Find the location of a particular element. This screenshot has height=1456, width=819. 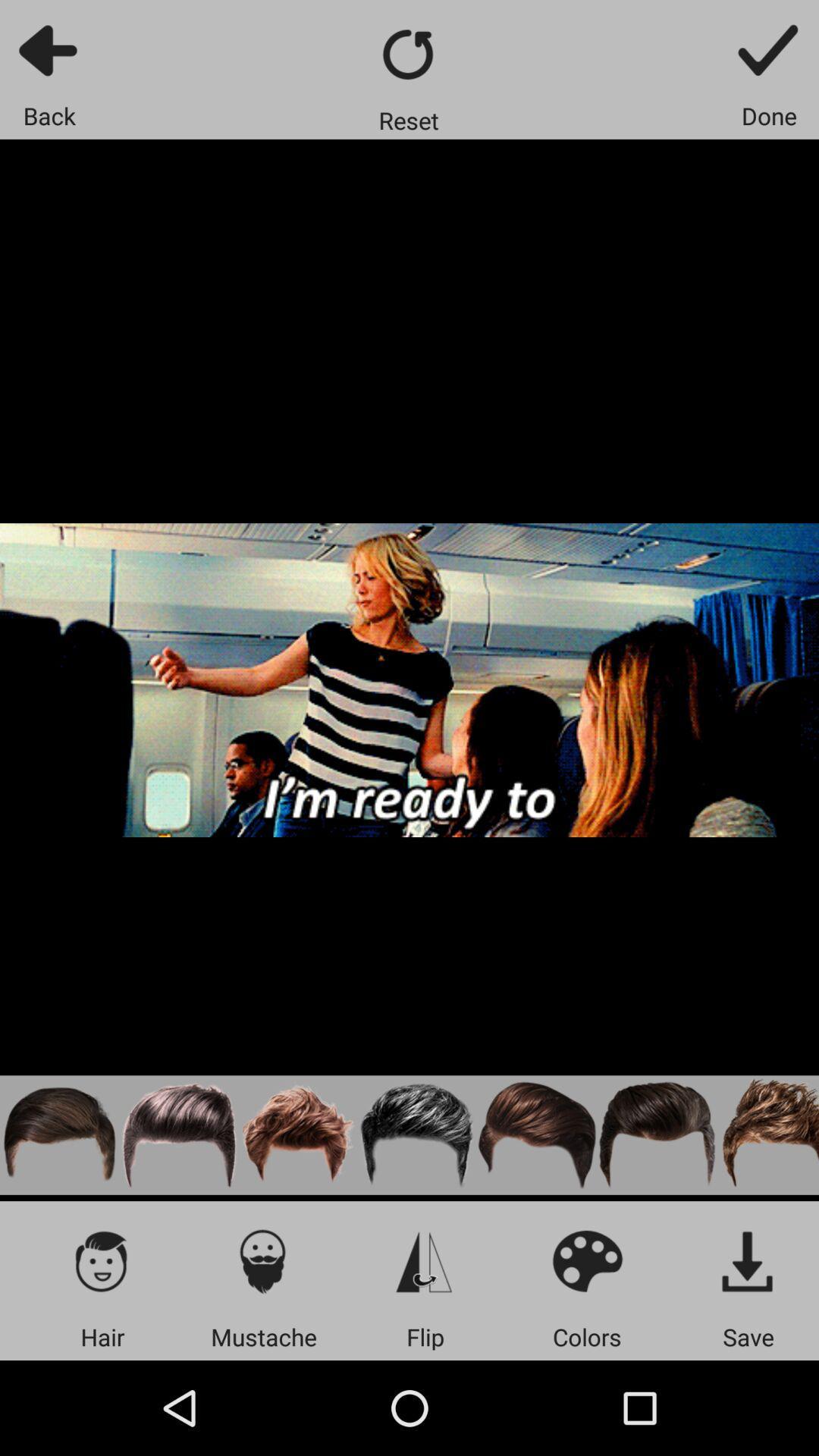

the arrow_backward icon is located at coordinates (49, 49).